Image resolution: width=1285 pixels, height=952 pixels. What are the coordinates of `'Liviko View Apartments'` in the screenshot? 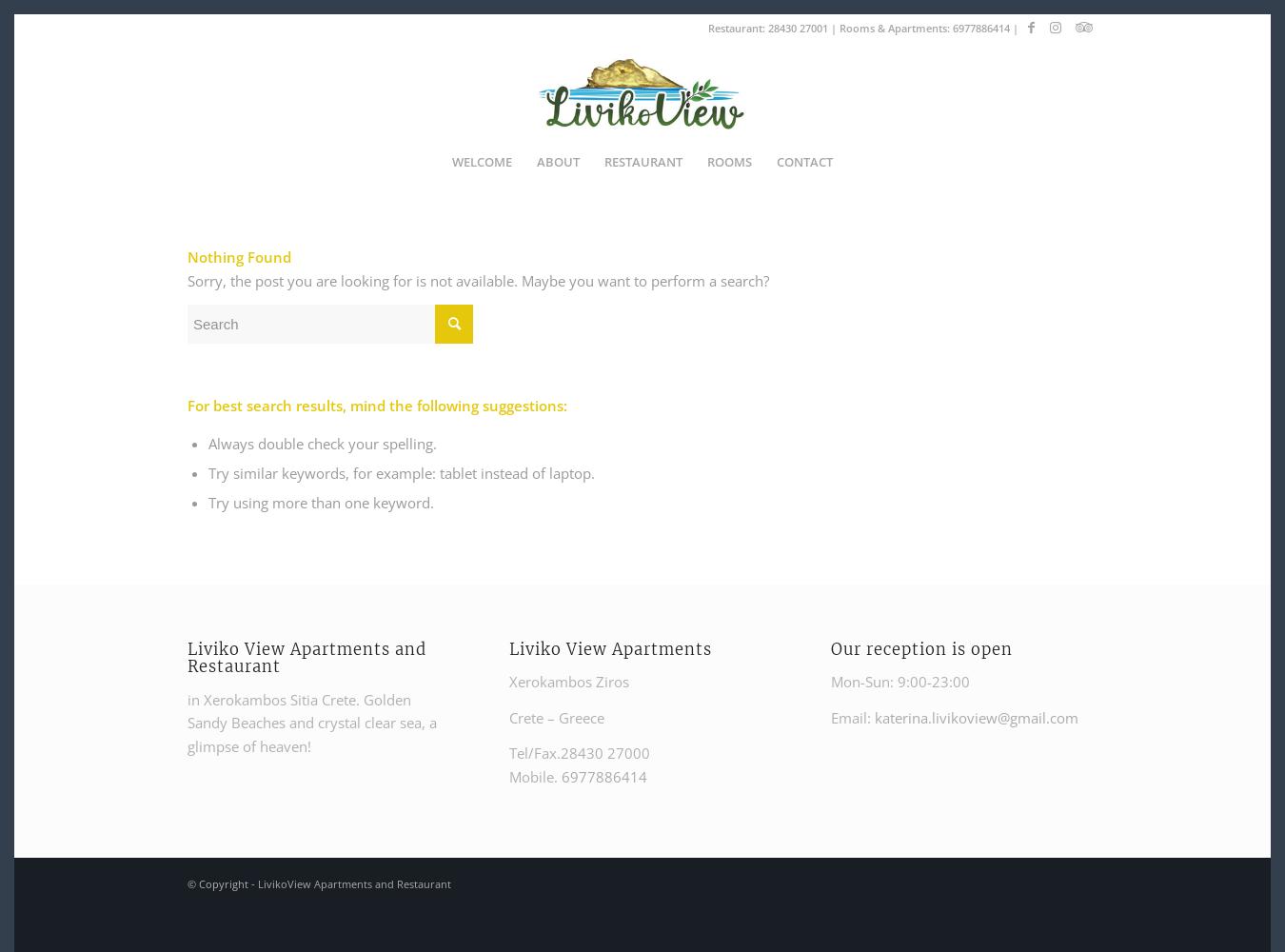 It's located at (609, 648).